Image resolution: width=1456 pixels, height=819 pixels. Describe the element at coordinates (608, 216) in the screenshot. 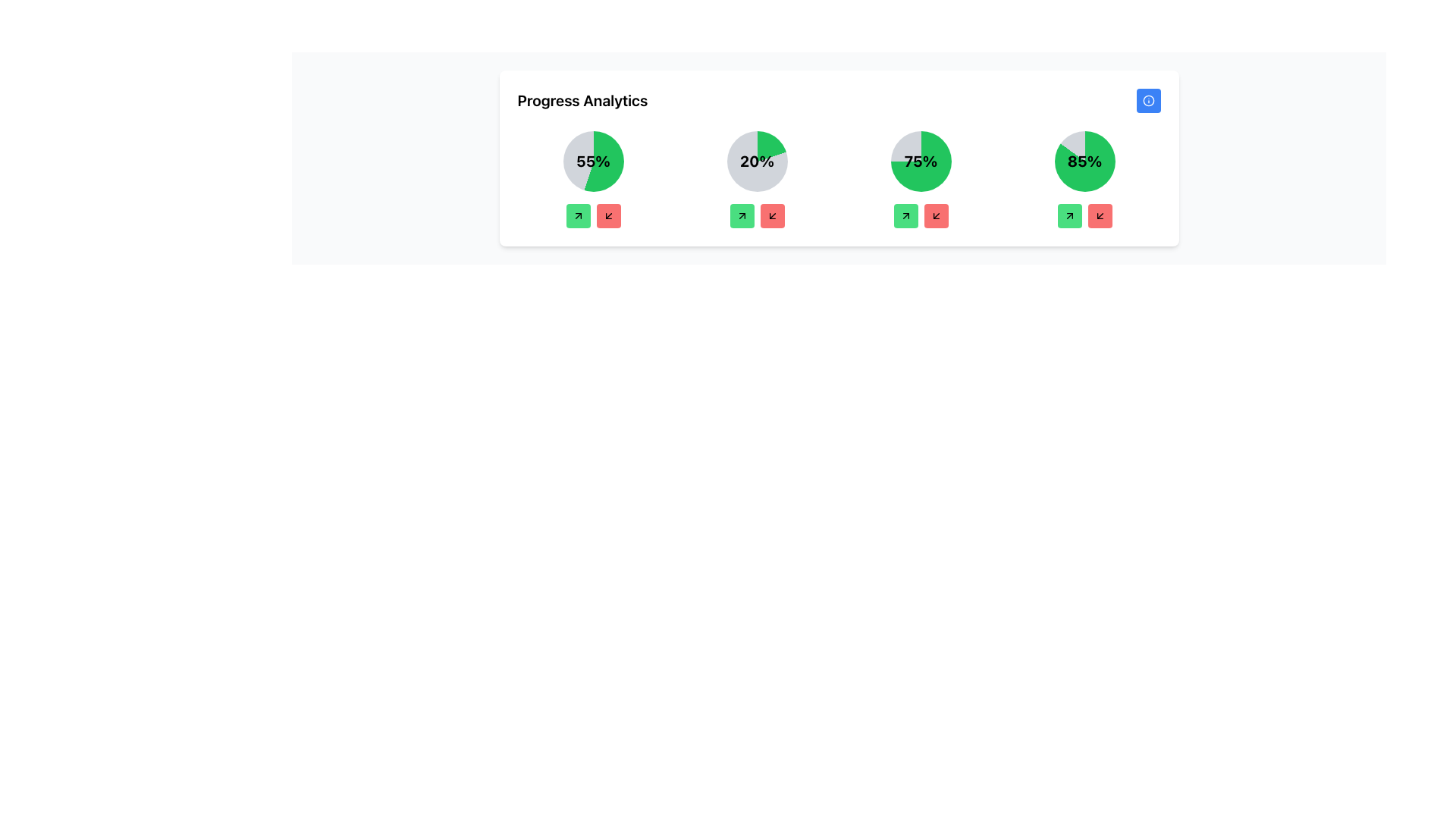

I see `the actionable icon within the red button located below the '55%' progress chart in the 'Progress Analytics' section` at that location.